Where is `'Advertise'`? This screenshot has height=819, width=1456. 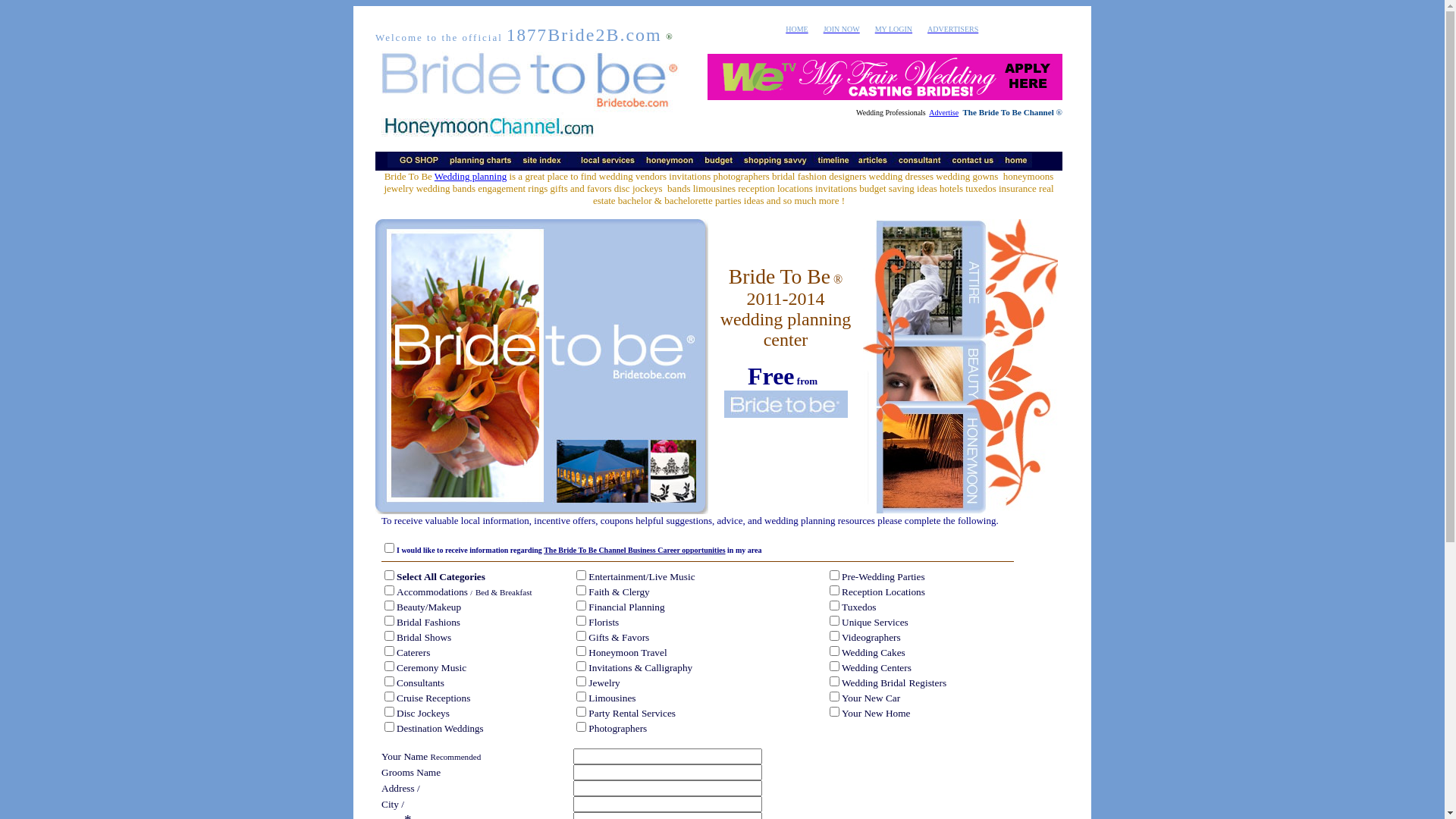
'Advertise' is located at coordinates (943, 111).